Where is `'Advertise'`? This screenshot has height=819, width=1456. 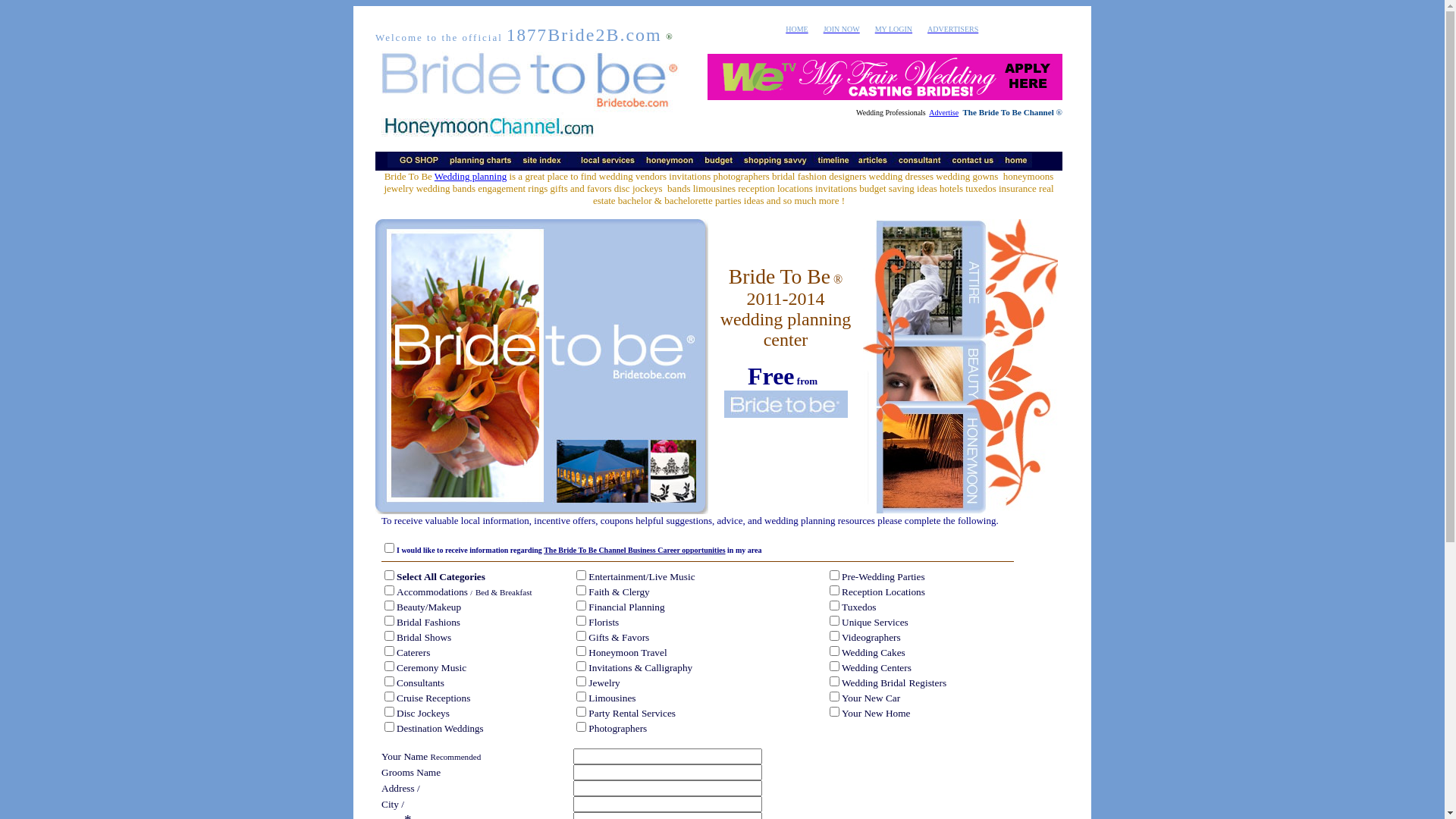
'Advertise' is located at coordinates (943, 111).